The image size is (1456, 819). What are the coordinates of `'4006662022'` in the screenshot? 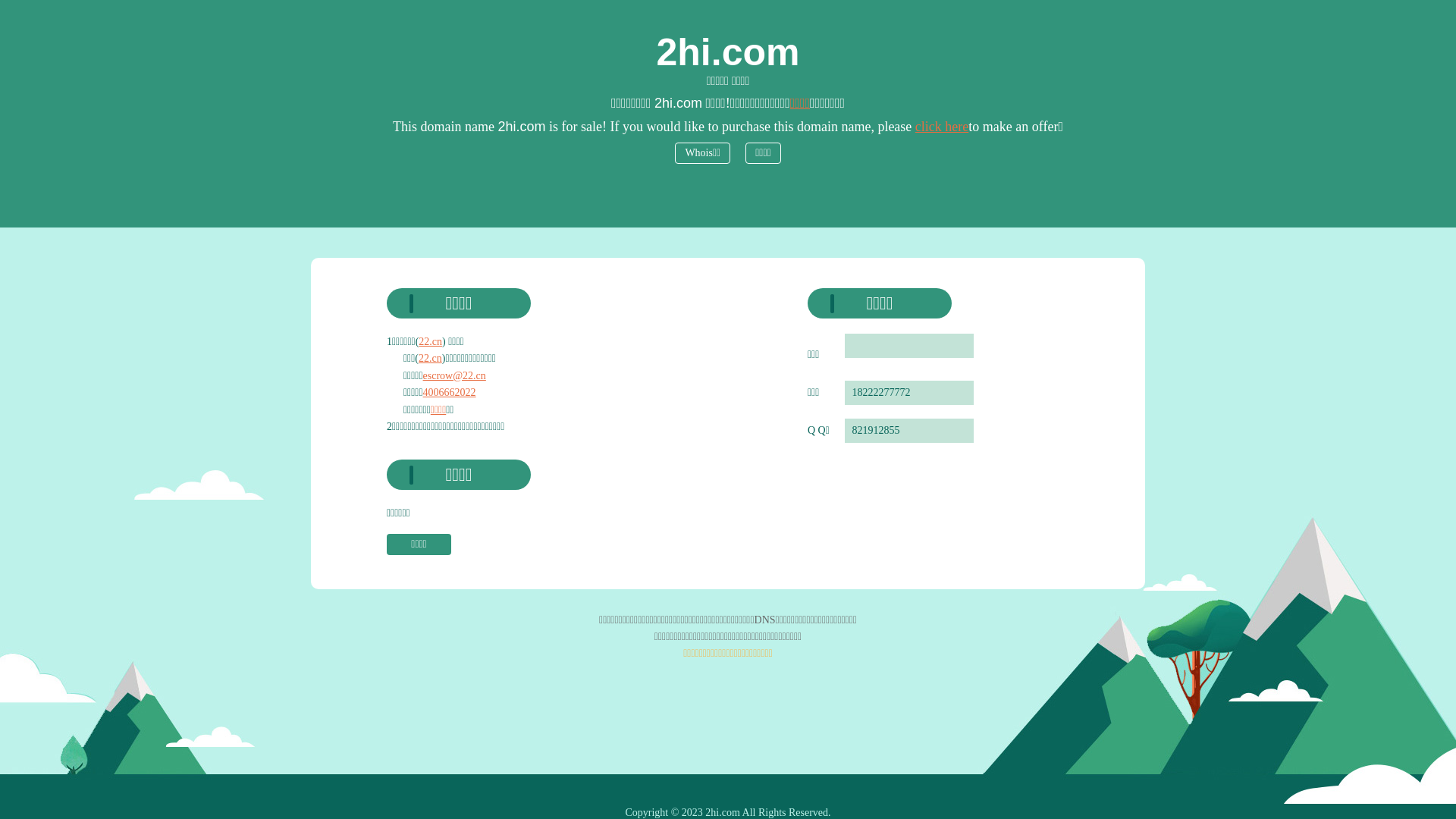 It's located at (449, 391).